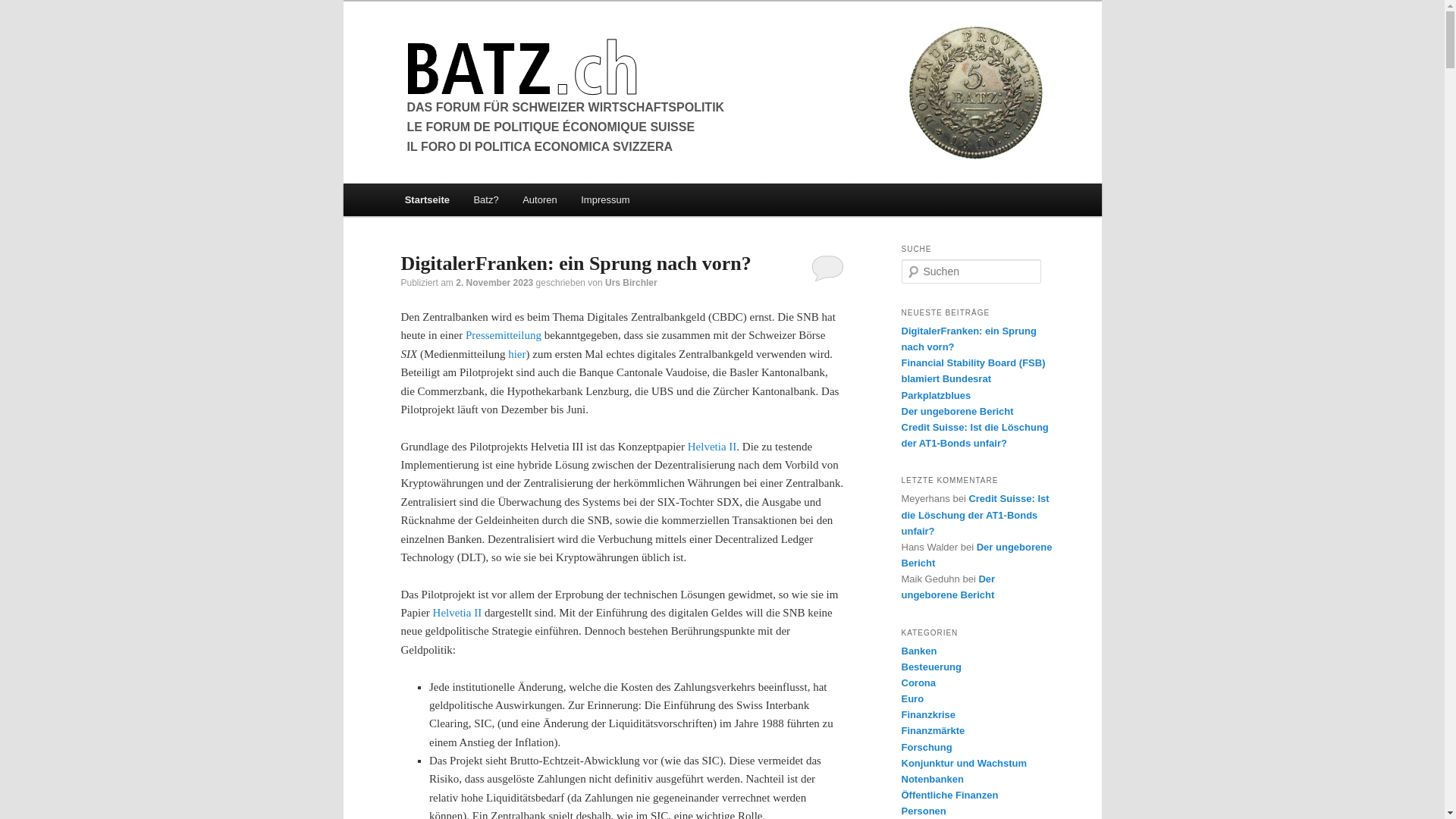 The height and width of the screenshot is (819, 1456). What do you see at coordinates (604, 199) in the screenshot?
I see `'Impressum'` at bounding box center [604, 199].